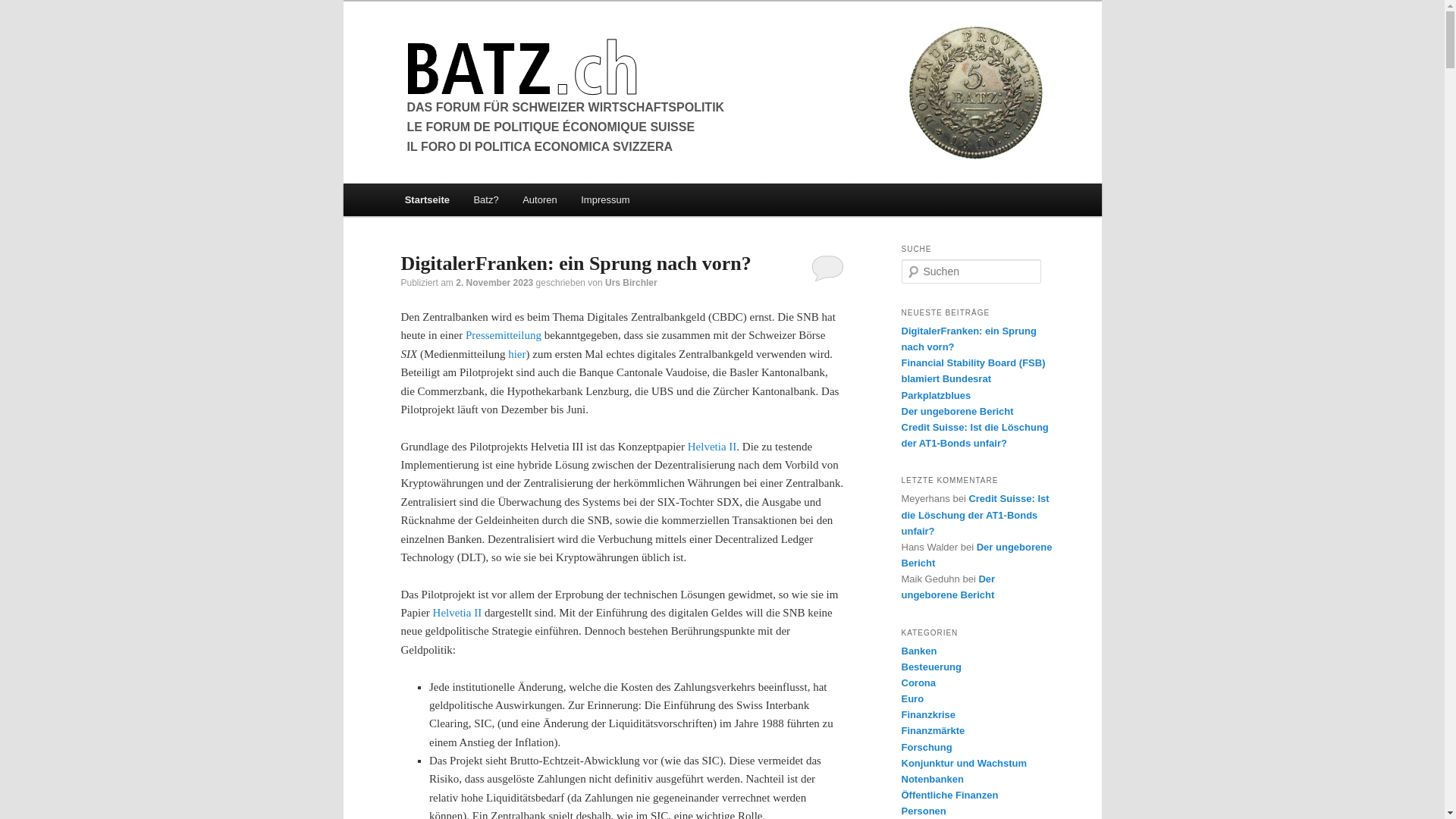 The height and width of the screenshot is (819, 1456). What do you see at coordinates (604, 199) in the screenshot?
I see `'Impressum'` at bounding box center [604, 199].